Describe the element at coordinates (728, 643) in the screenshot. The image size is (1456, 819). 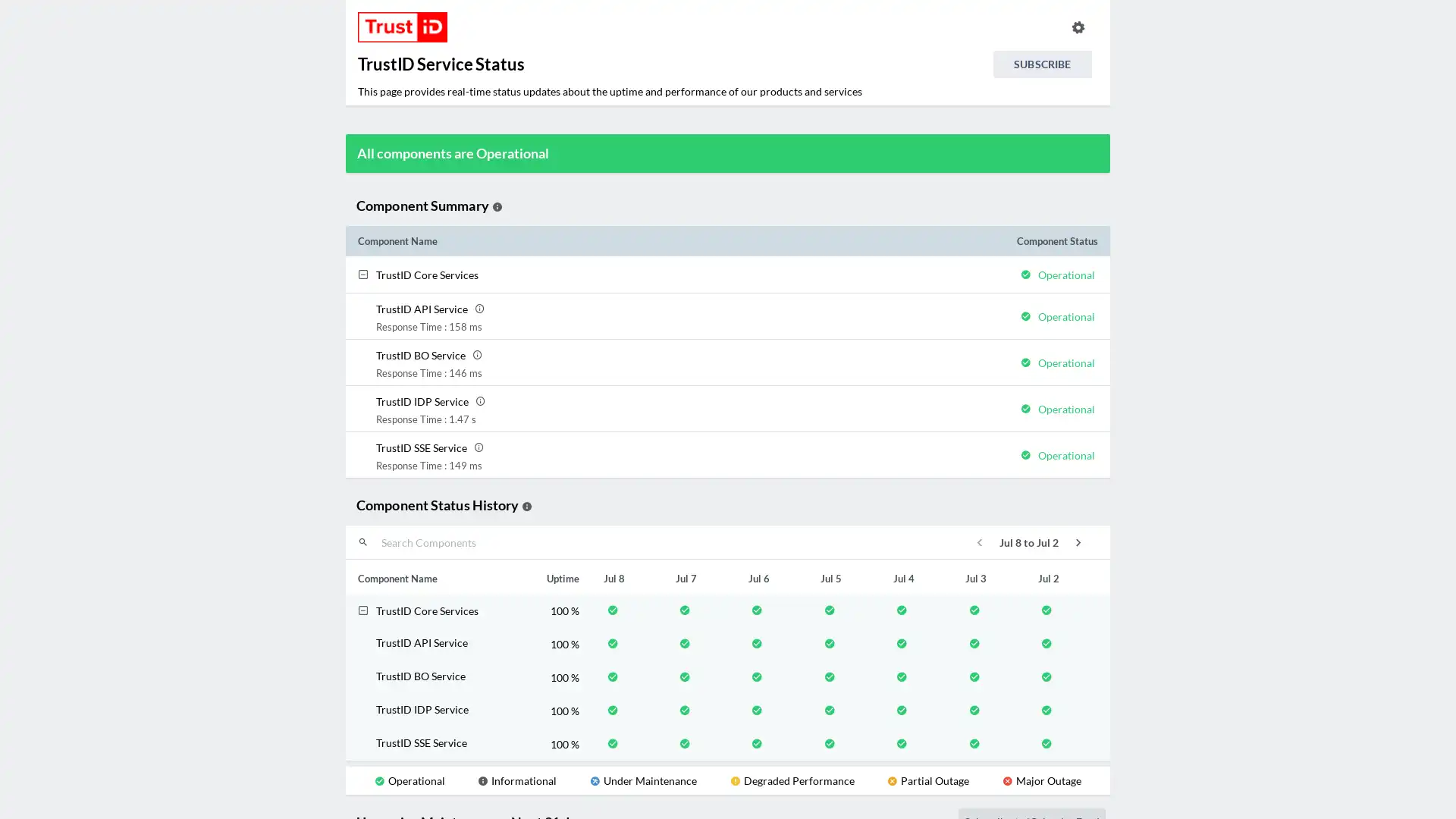
I see `TrustID API Service 100 %` at that location.